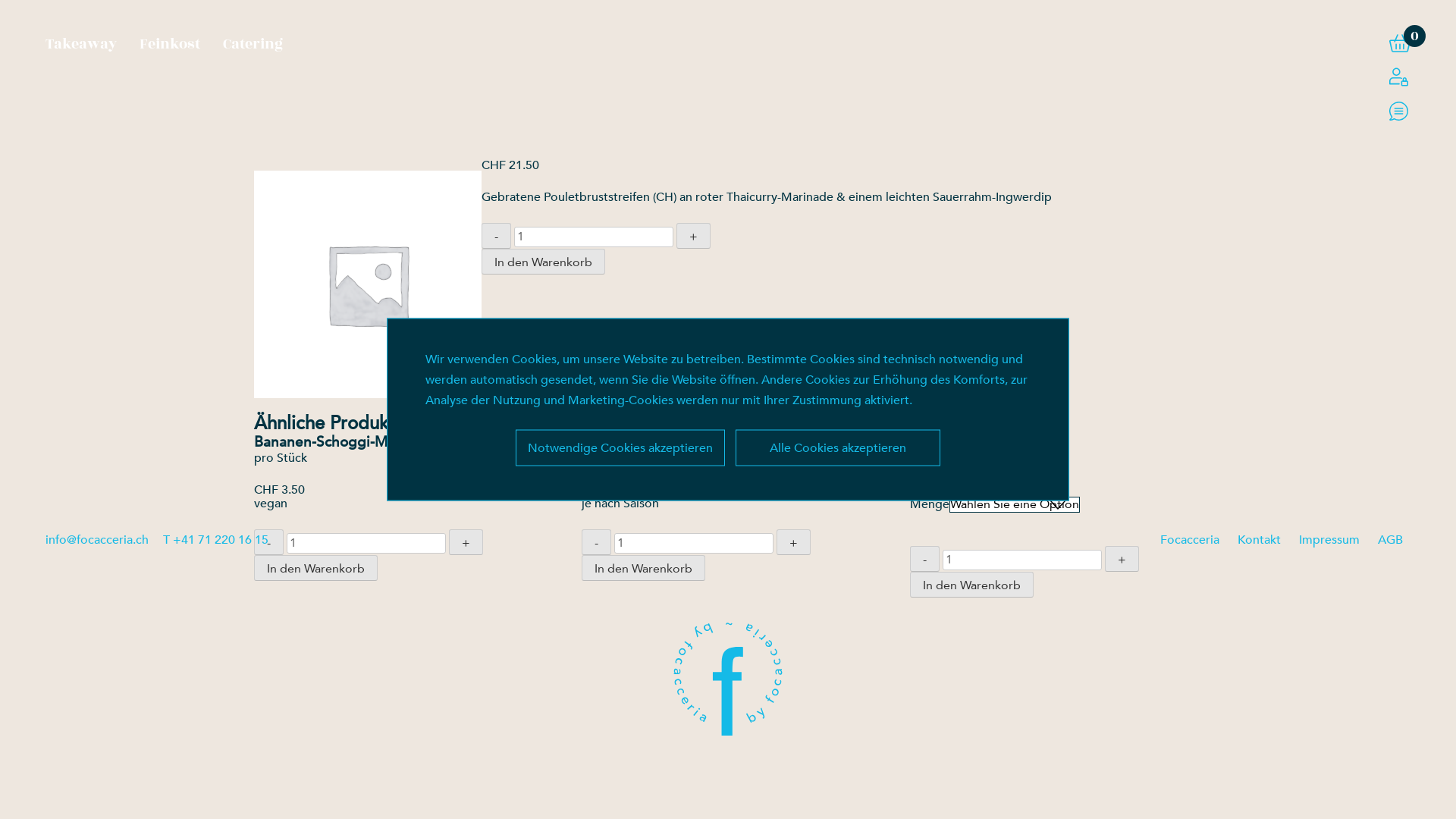 The width and height of the screenshot is (1456, 819). I want to click on 'Alle Cookies akzeptieren', so click(836, 447).